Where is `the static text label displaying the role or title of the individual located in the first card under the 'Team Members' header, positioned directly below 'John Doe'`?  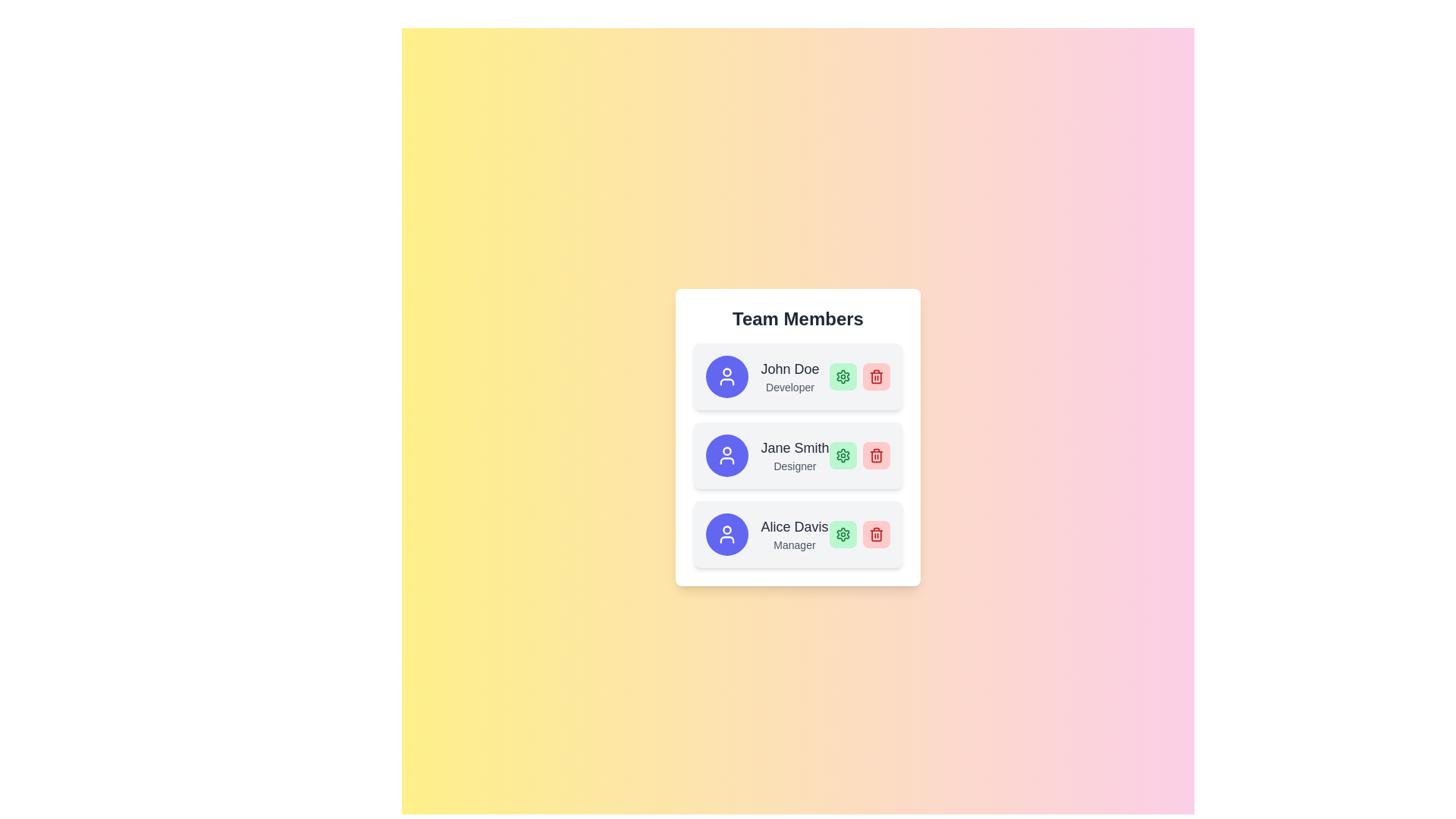 the static text label displaying the role or title of the individual located in the first card under the 'Team Members' header, positioned directly below 'John Doe' is located at coordinates (789, 386).